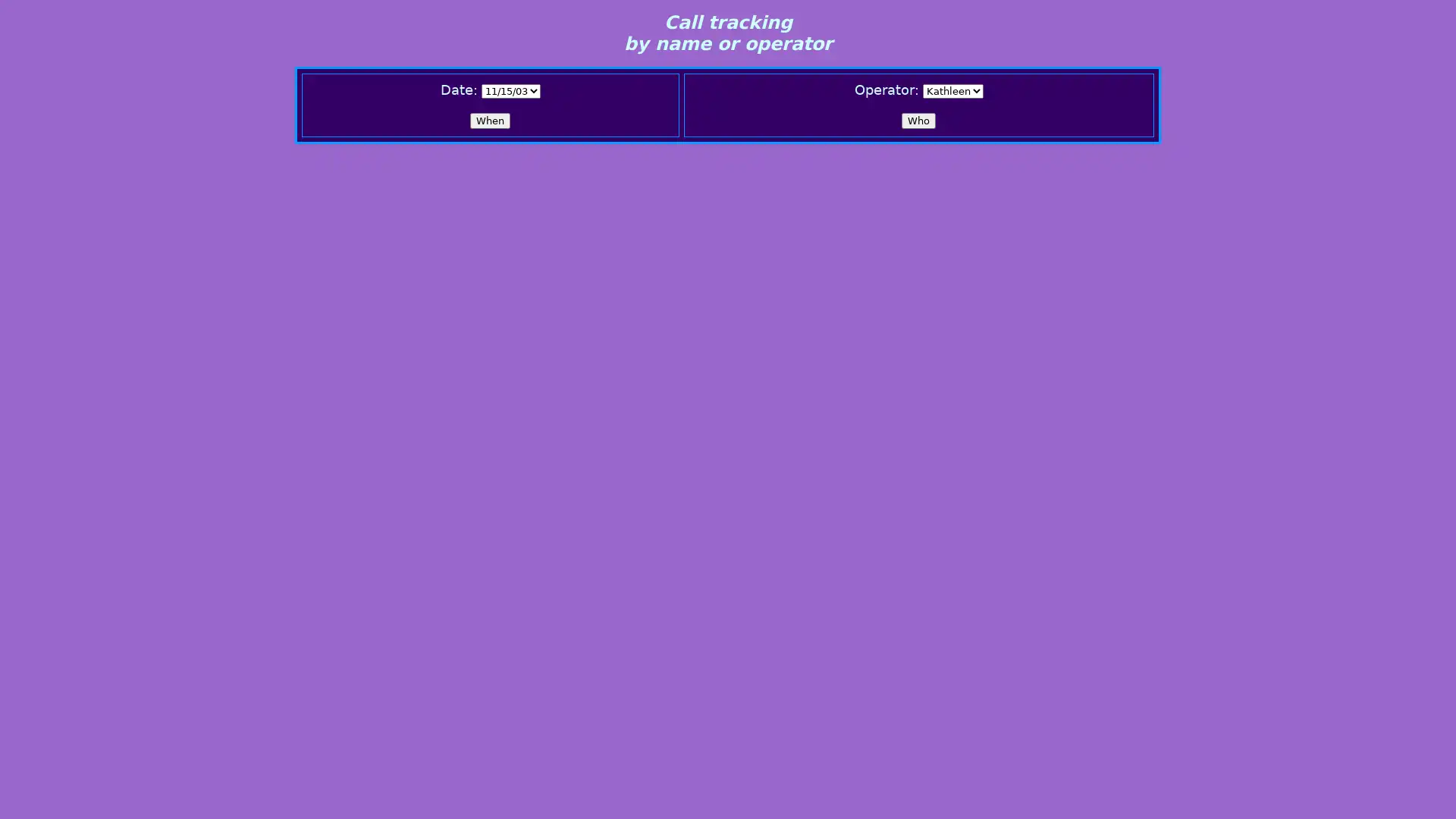 The image size is (1456, 819). I want to click on Who, so click(918, 120).